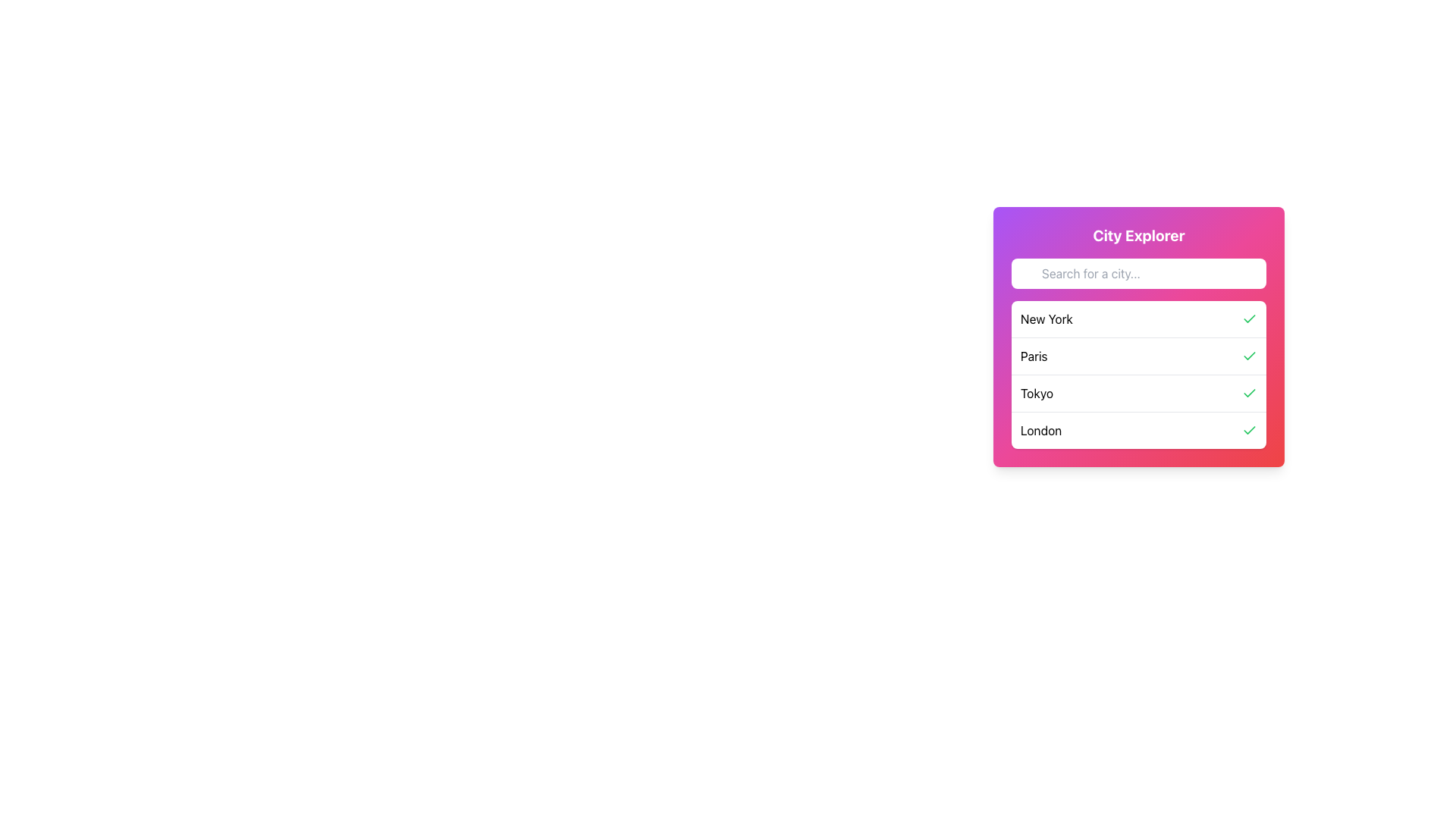  Describe the element at coordinates (1139, 335) in the screenshot. I see `the city selector interface items` at that location.